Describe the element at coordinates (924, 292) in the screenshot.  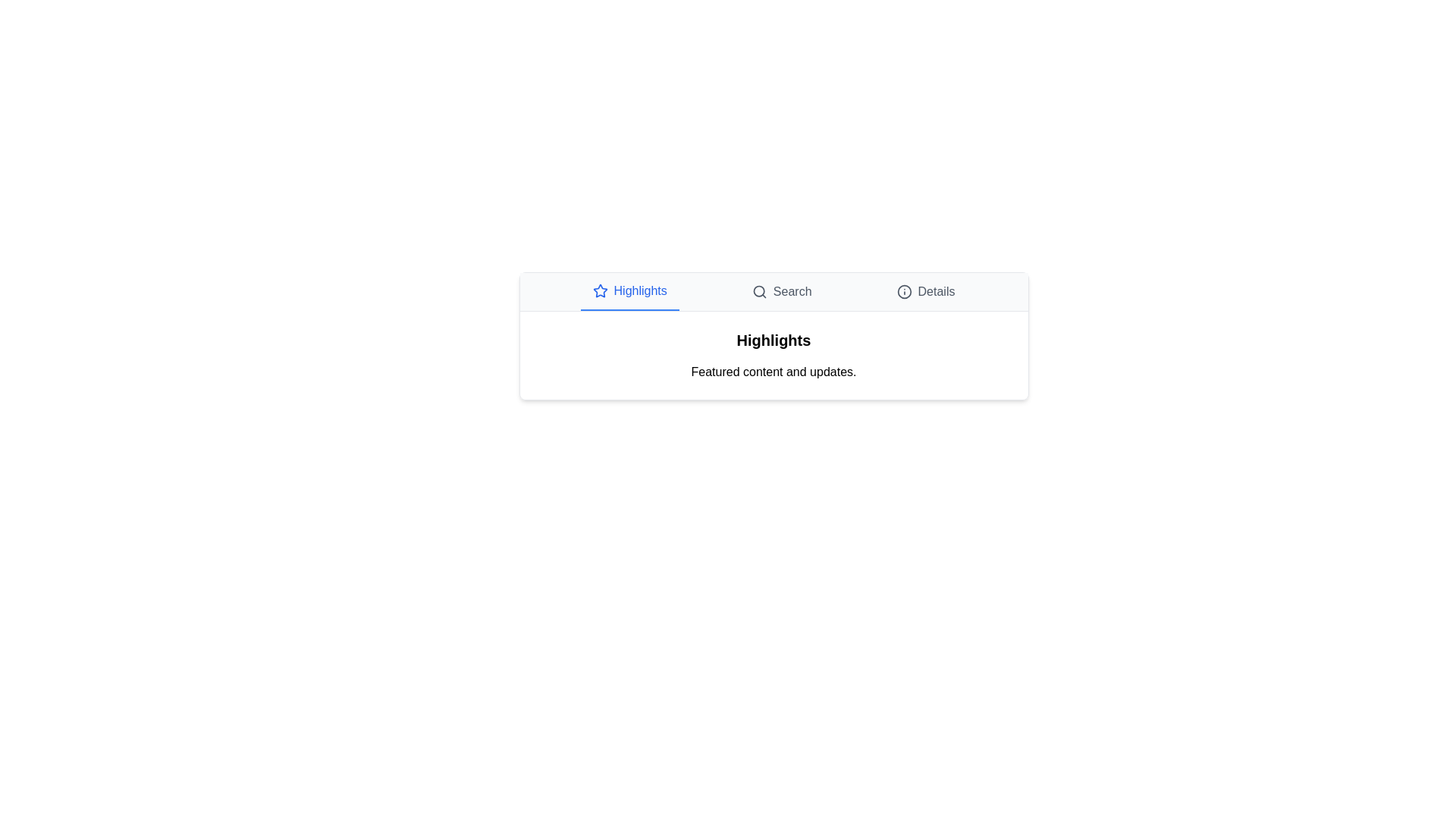
I see `the Details tab by clicking on its title` at that location.